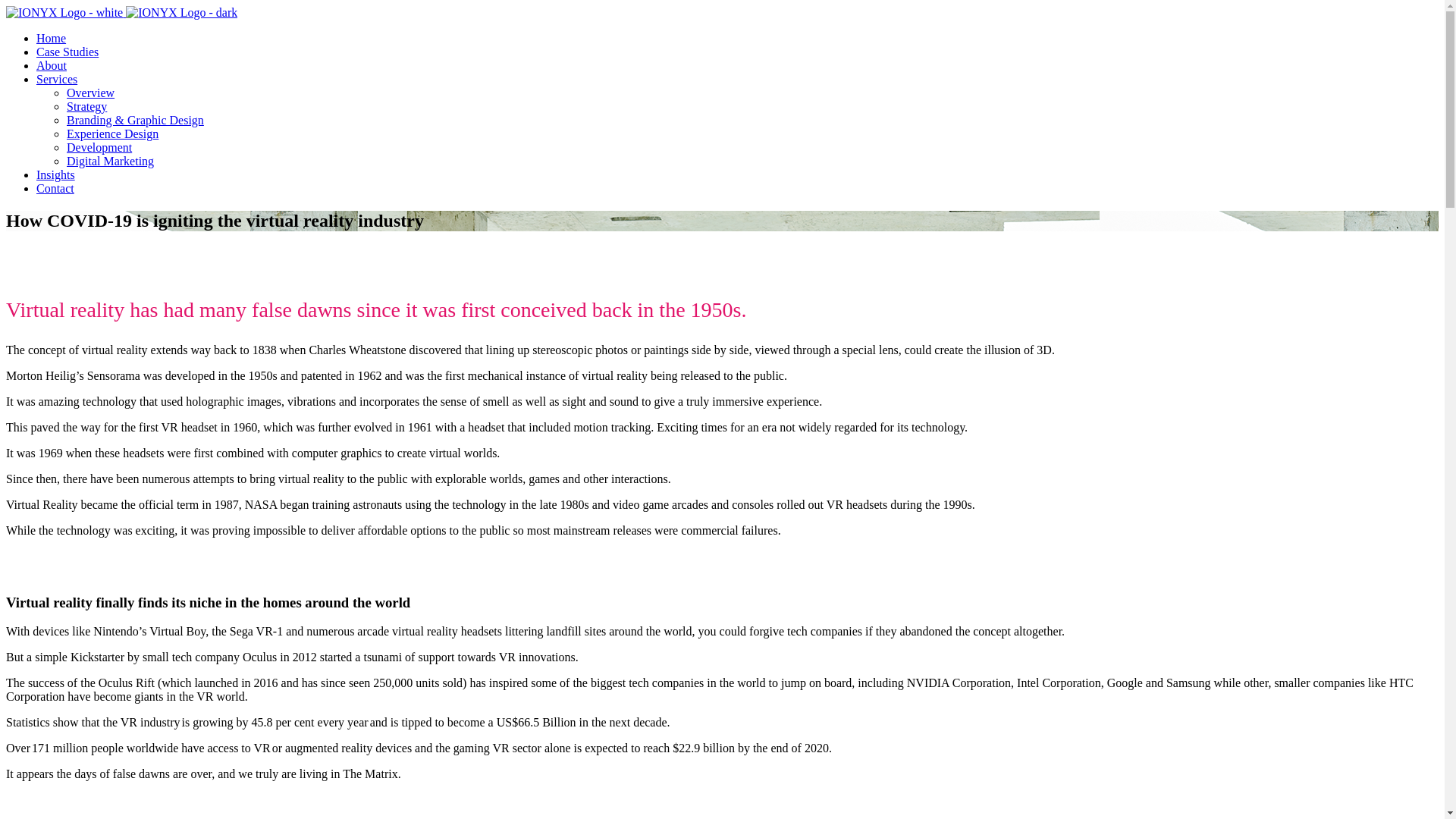  What do you see at coordinates (67, 51) in the screenshot?
I see `'Case Studies'` at bounding box center [67, 51].